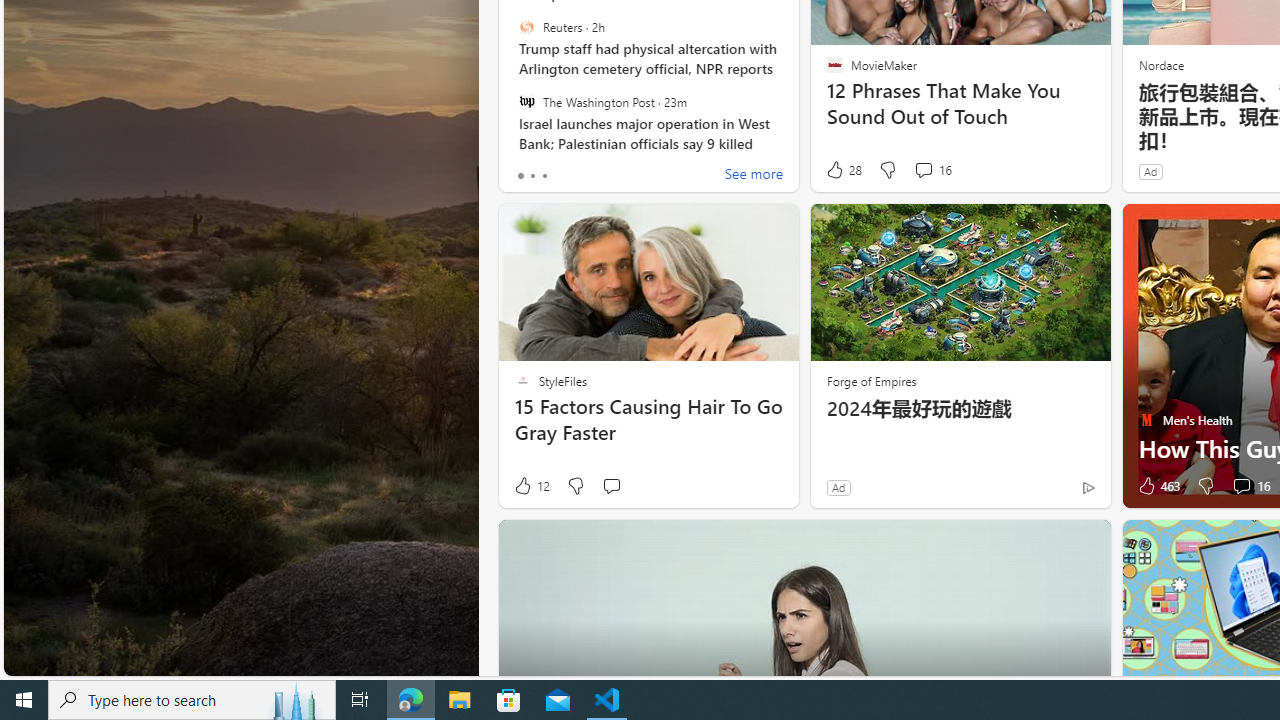 The image size is (1280, 720). Describe the element at coordinates (526, 27) in the screenshot. I see `'Reuters'` at that location.